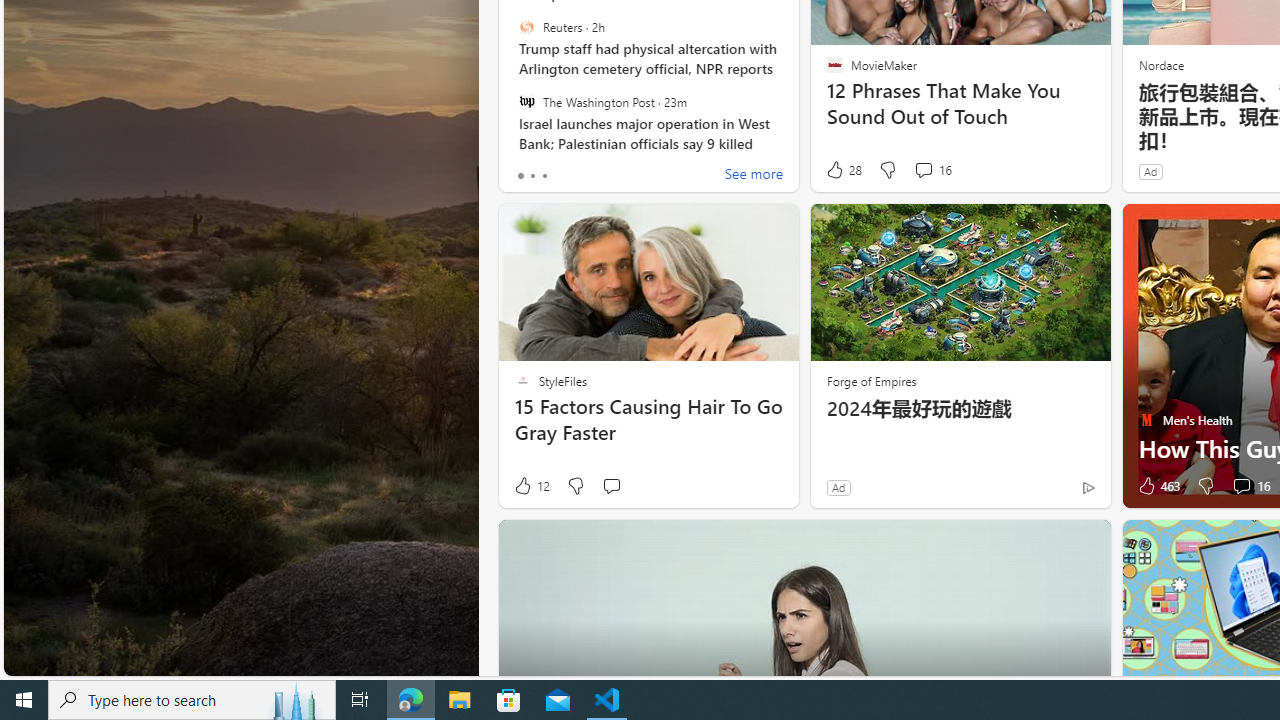 The image size is (1280, 720). Describe the element at coordinates (526, 27) in the screenshot. I see `'Reuters'` at that location.